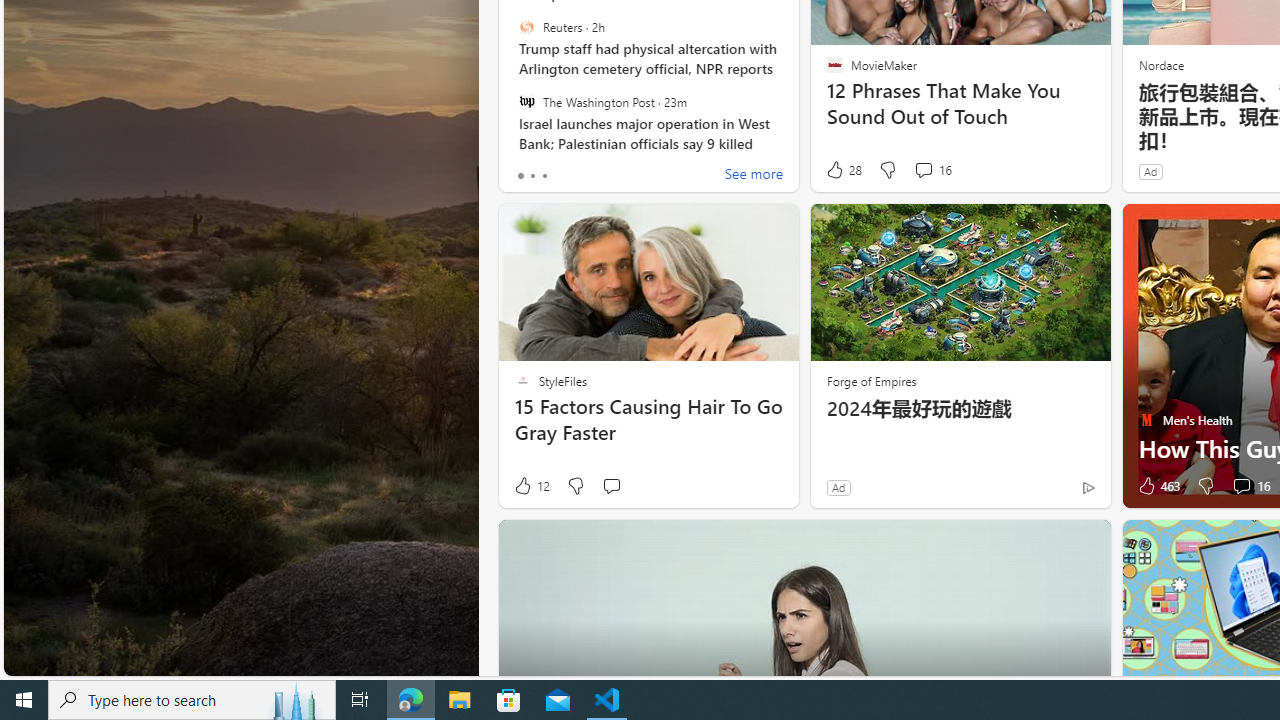 The image size is (1280, 720). Describe the element at coordinates (526, 27) in the screenshot. I see `'Reuters'` at that location.